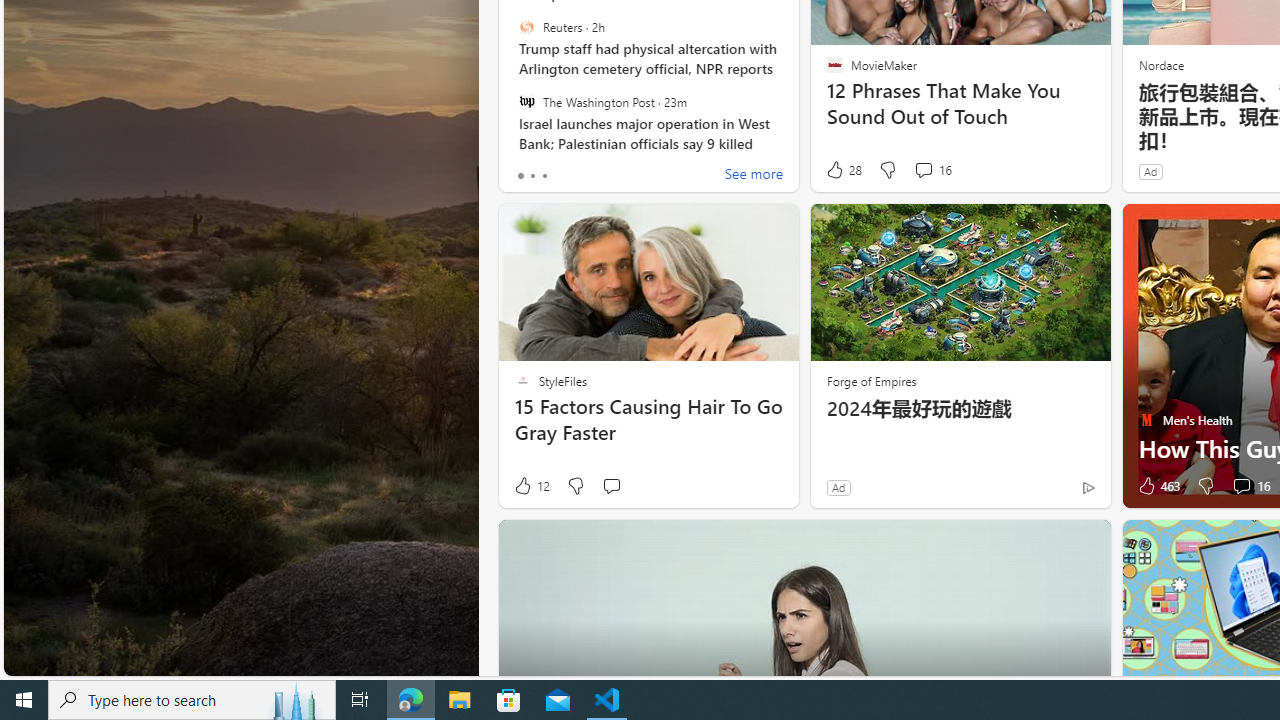 The image size is (1280, 720). Describe the element at coordinates (526, 27) in the screenshot. I see `'Reuters'` at that location.